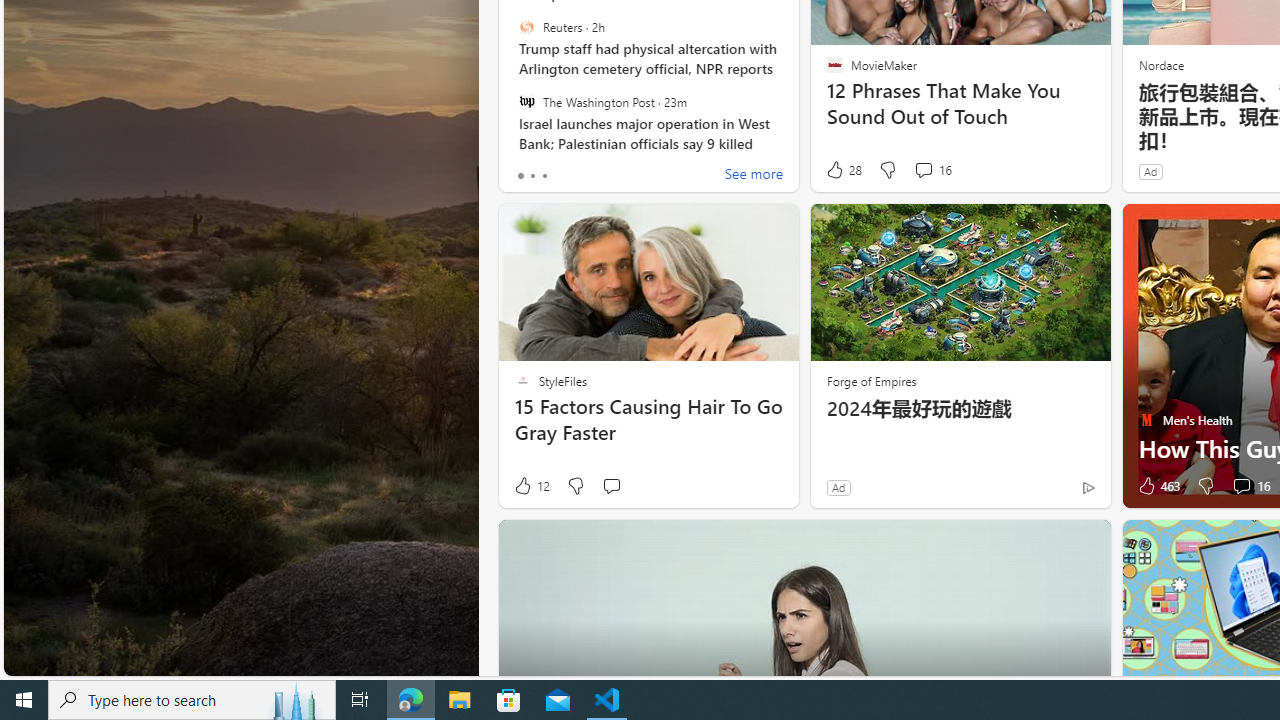 The image size is (1280, 720). Describe the element at coordinates (526, 27) in the screenshot. I see `'Reuters'` at that location.